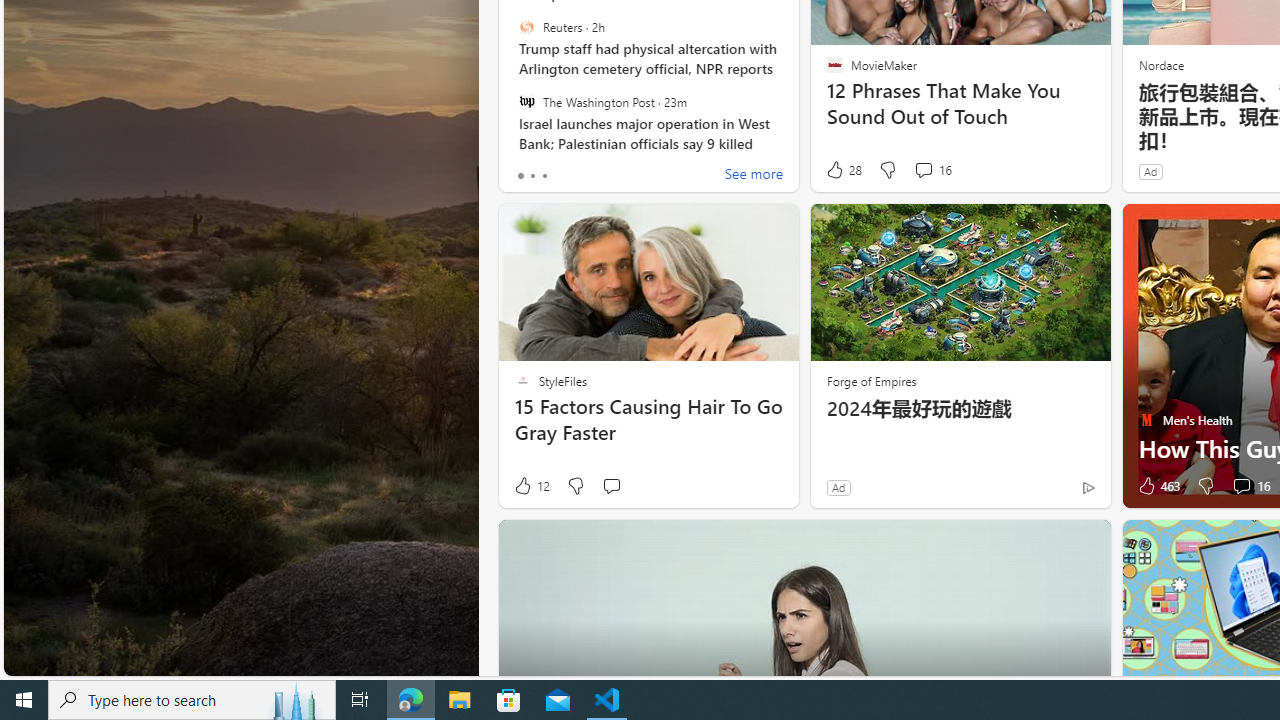 The image size is (1280, 720). Describe the element at coordinates (526, 27) in the screenshot. I see `'Reuters'` at that location.